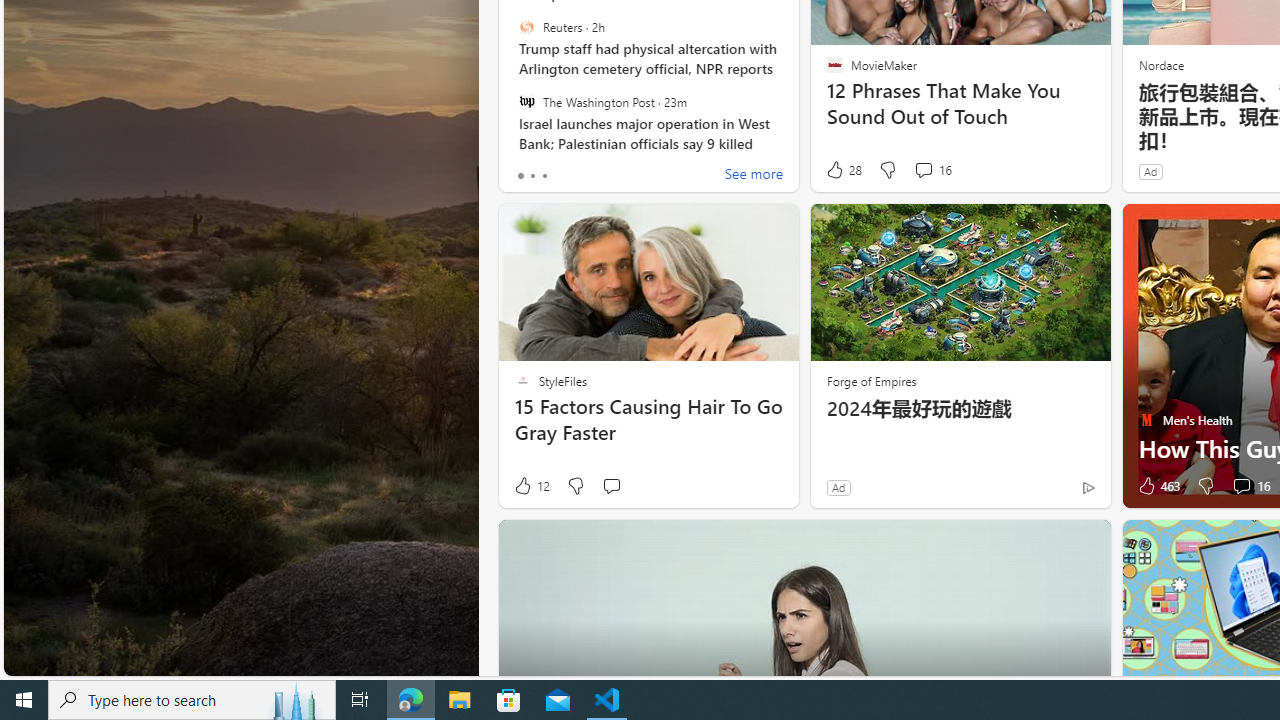 The image size is (1280, 720). Describe the element at coordinates (526, 27) in the screenshot. I see `'Reuters'` at that location.